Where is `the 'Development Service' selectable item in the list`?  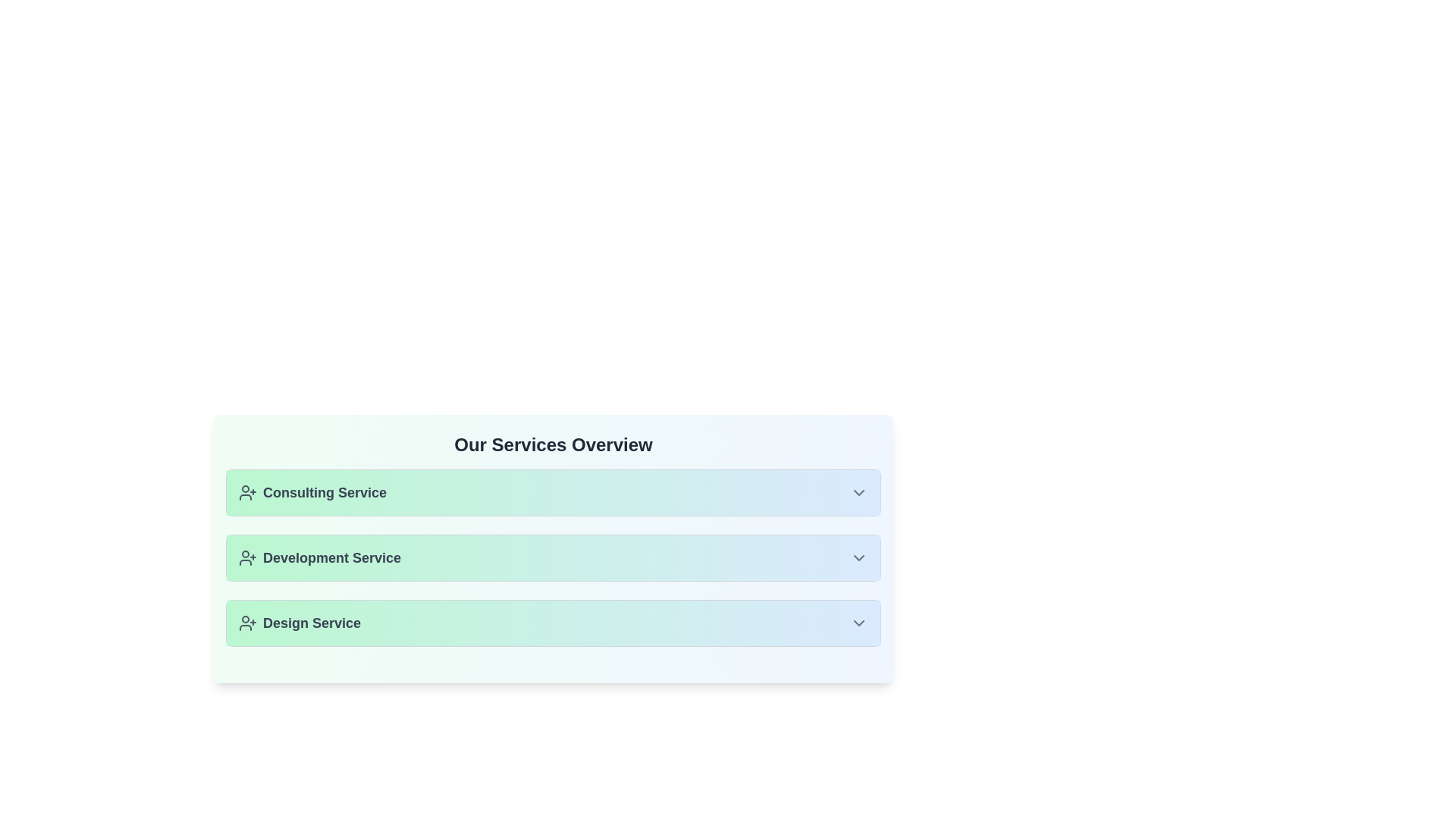
the 'Development Service' selectable item in the list is located at coordinates (552, 558).